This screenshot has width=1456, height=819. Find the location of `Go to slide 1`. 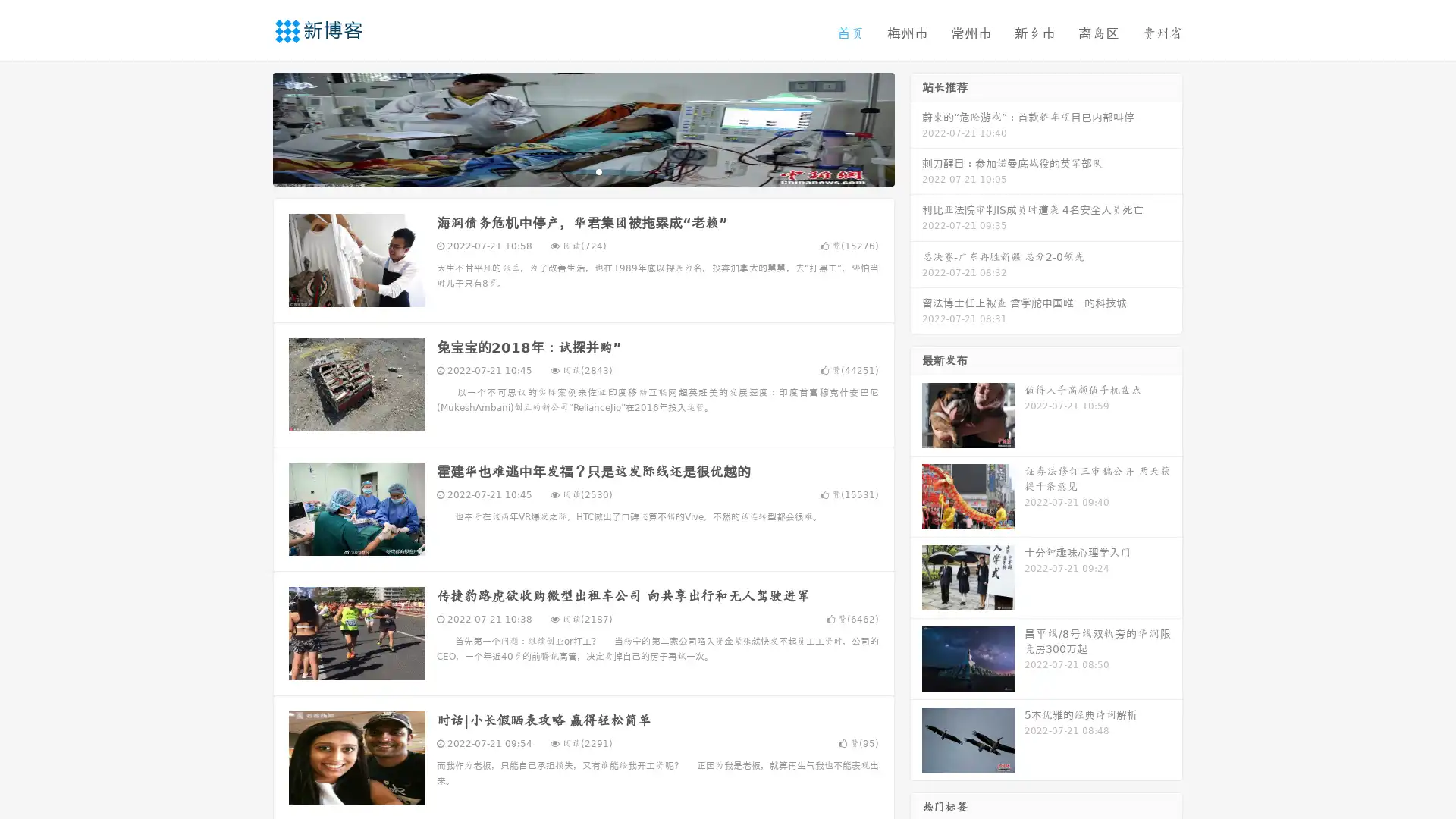

Go to slide 1 is located at coordinates (567, 171).